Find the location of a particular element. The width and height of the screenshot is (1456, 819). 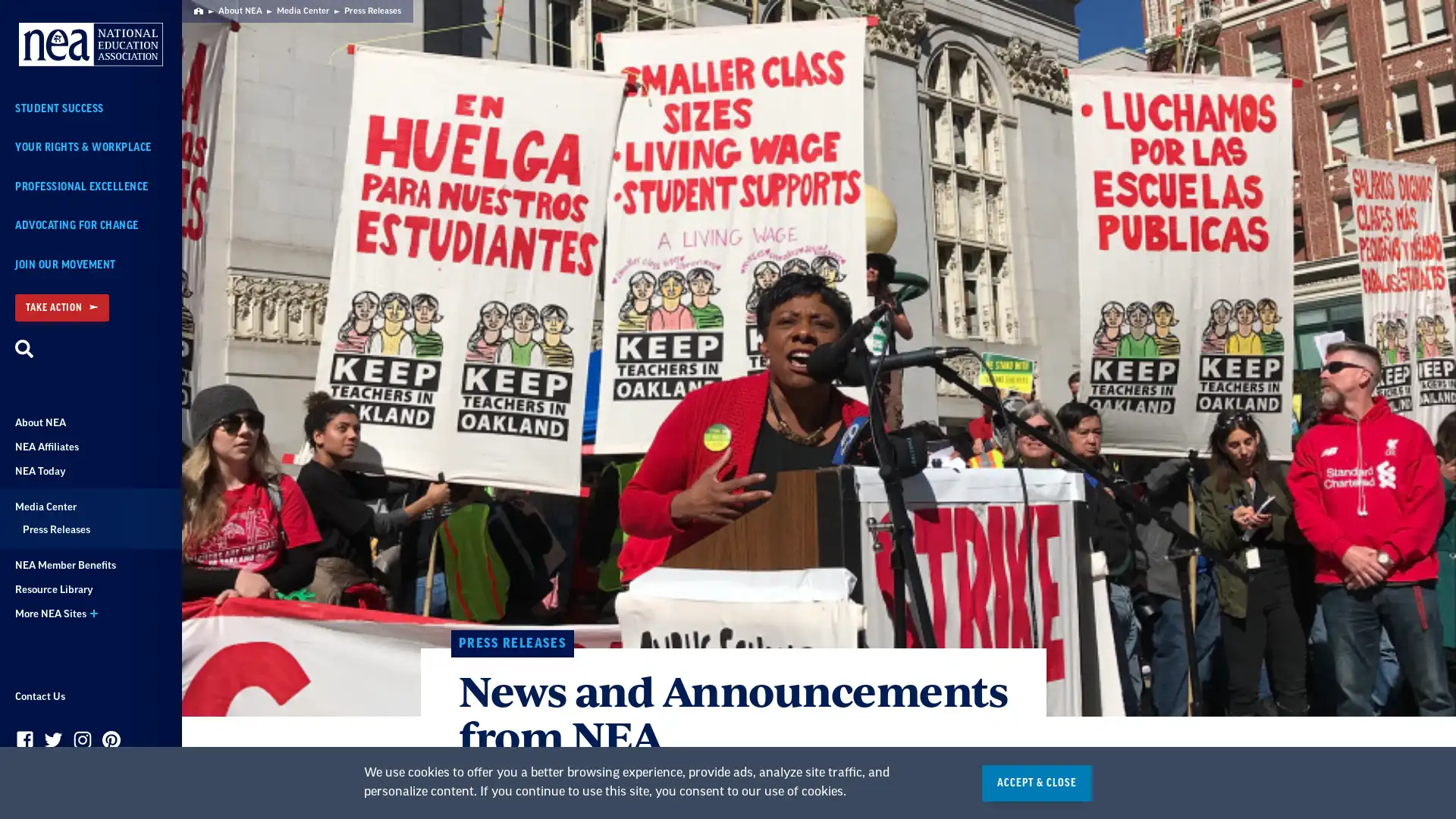

Search is located at coordinates (24, 350).